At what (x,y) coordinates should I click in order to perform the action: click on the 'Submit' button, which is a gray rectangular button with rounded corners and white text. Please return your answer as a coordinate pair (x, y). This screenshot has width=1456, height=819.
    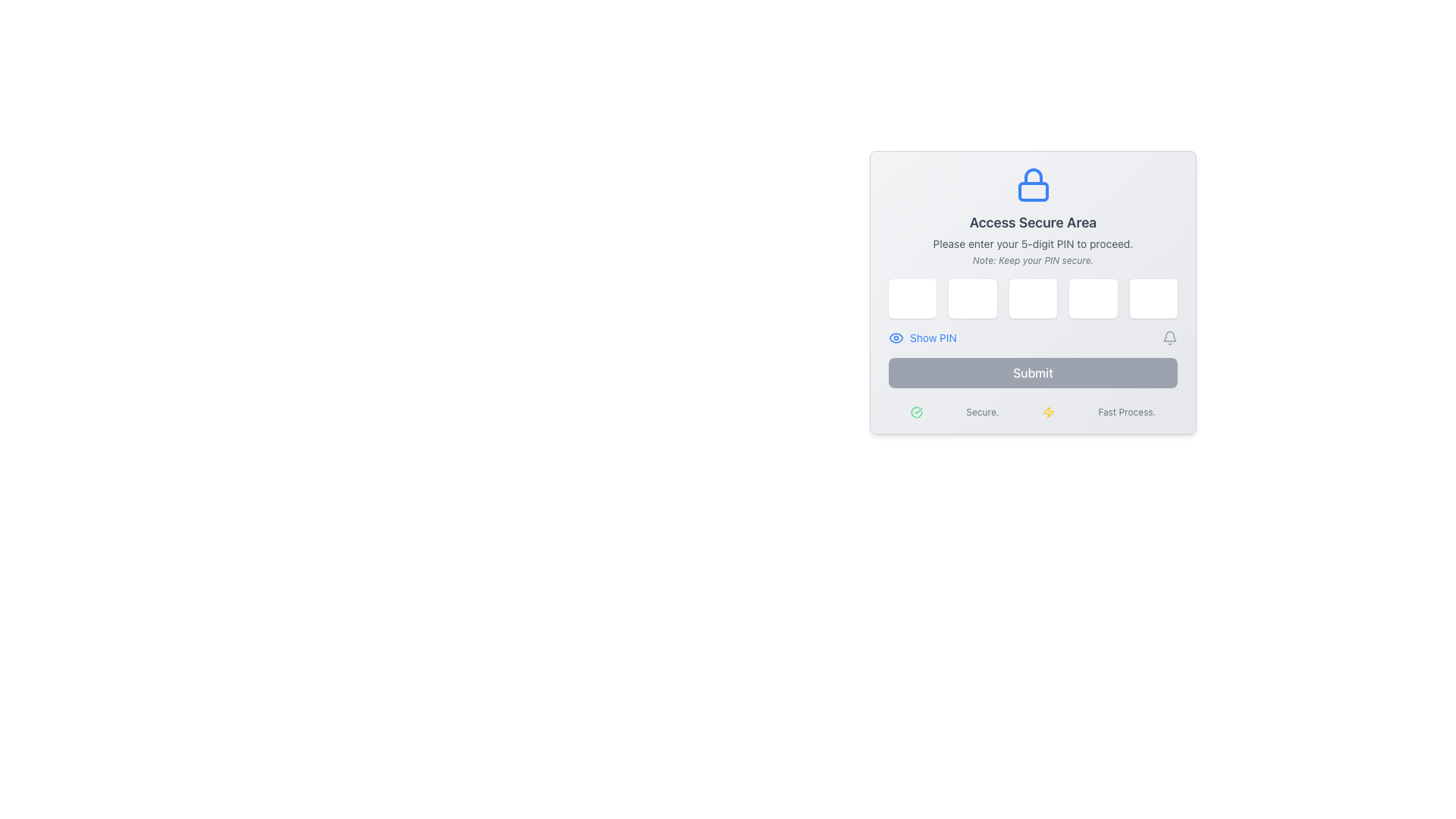
    Looking at the image, I should click on (1032, 373).